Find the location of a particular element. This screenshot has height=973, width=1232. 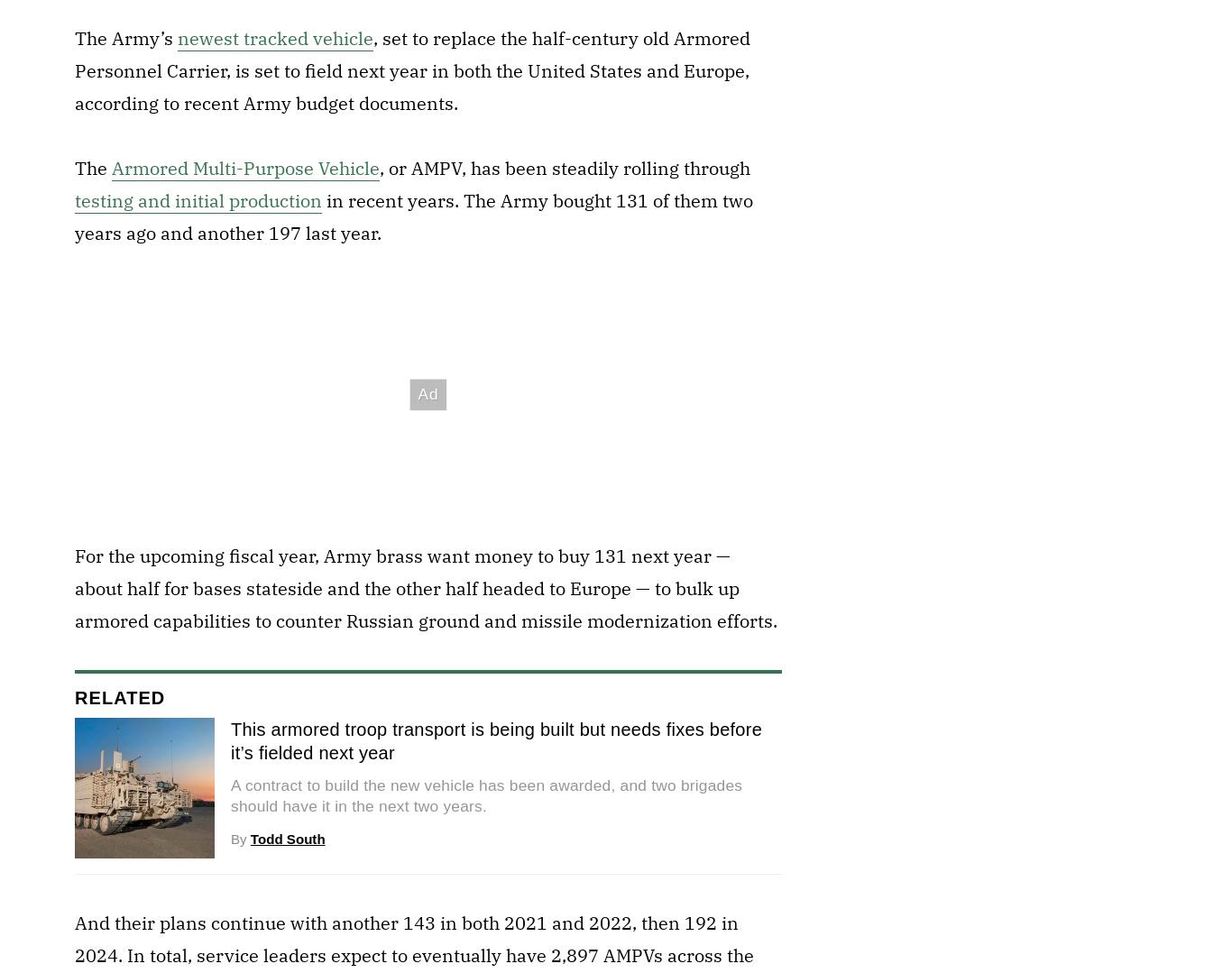

'Todd South' is located at coordinates (287, 839).